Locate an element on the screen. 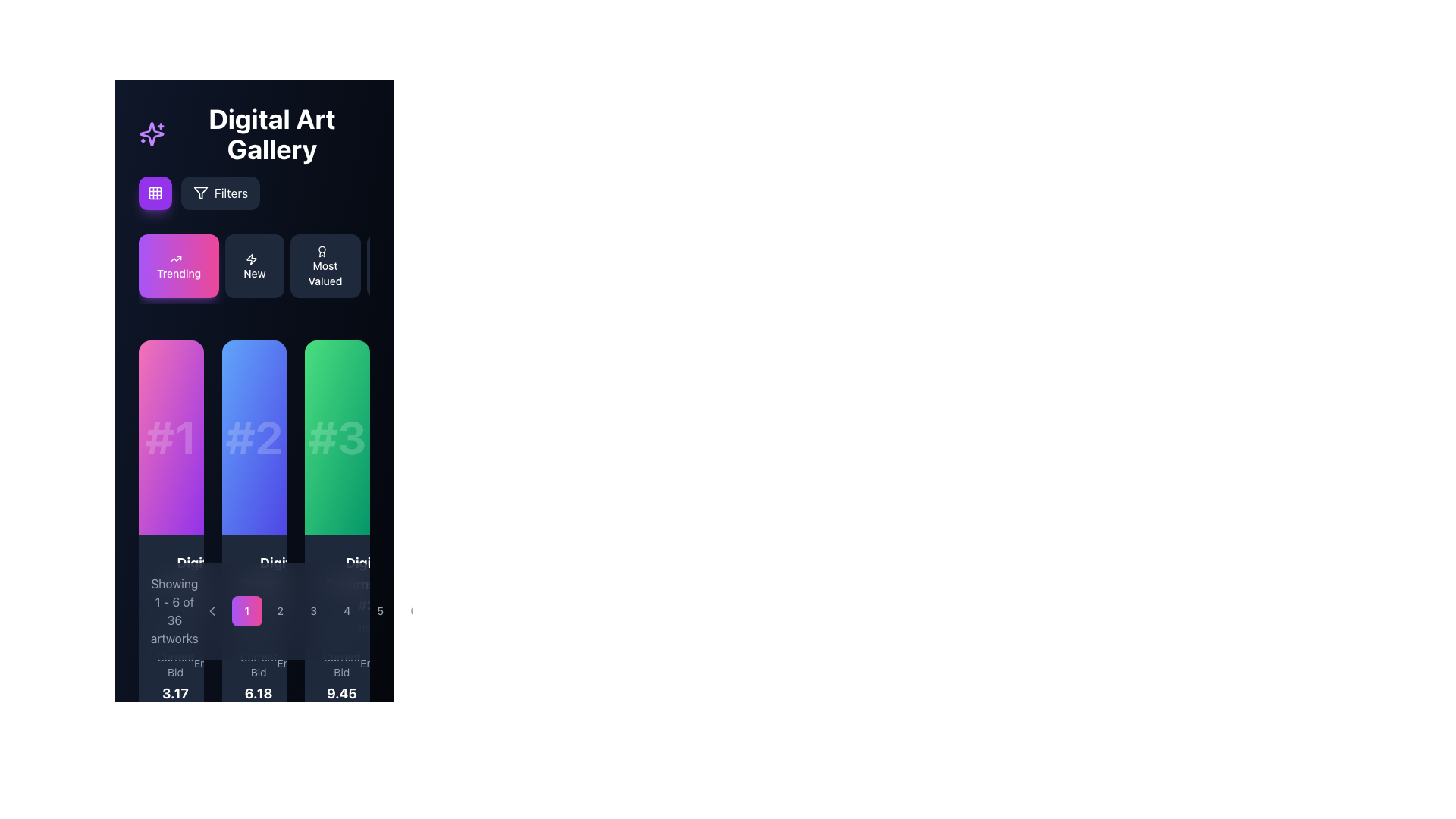  the circular button displaying the number '6' for visual feedback is located at coordinates (413, 610).